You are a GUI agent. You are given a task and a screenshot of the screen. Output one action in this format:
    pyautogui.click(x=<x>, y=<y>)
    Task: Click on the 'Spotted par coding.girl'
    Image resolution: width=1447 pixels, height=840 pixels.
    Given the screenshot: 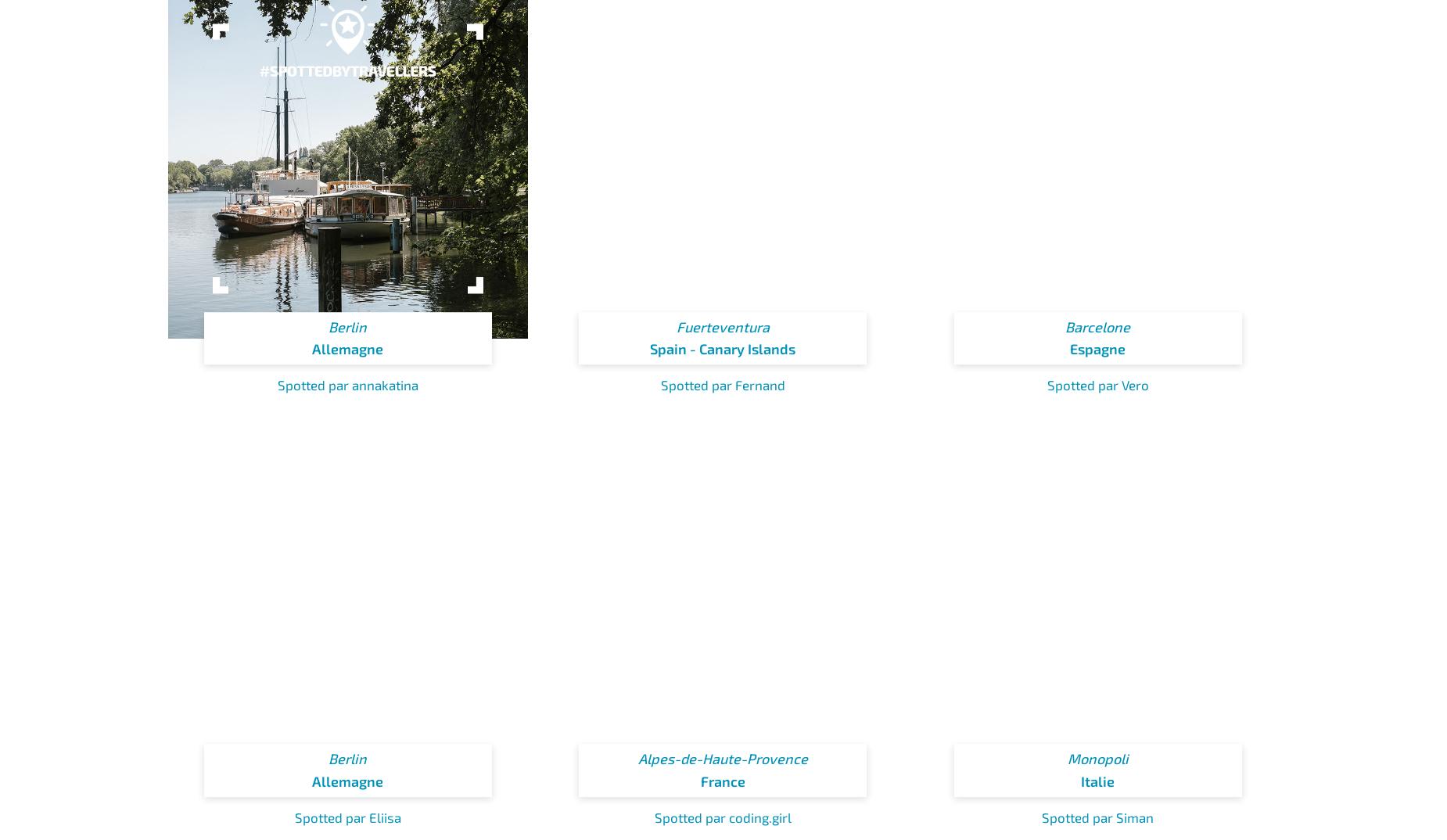 What is the action you would take?
    pyautogui.click(x=722, y=817)
    